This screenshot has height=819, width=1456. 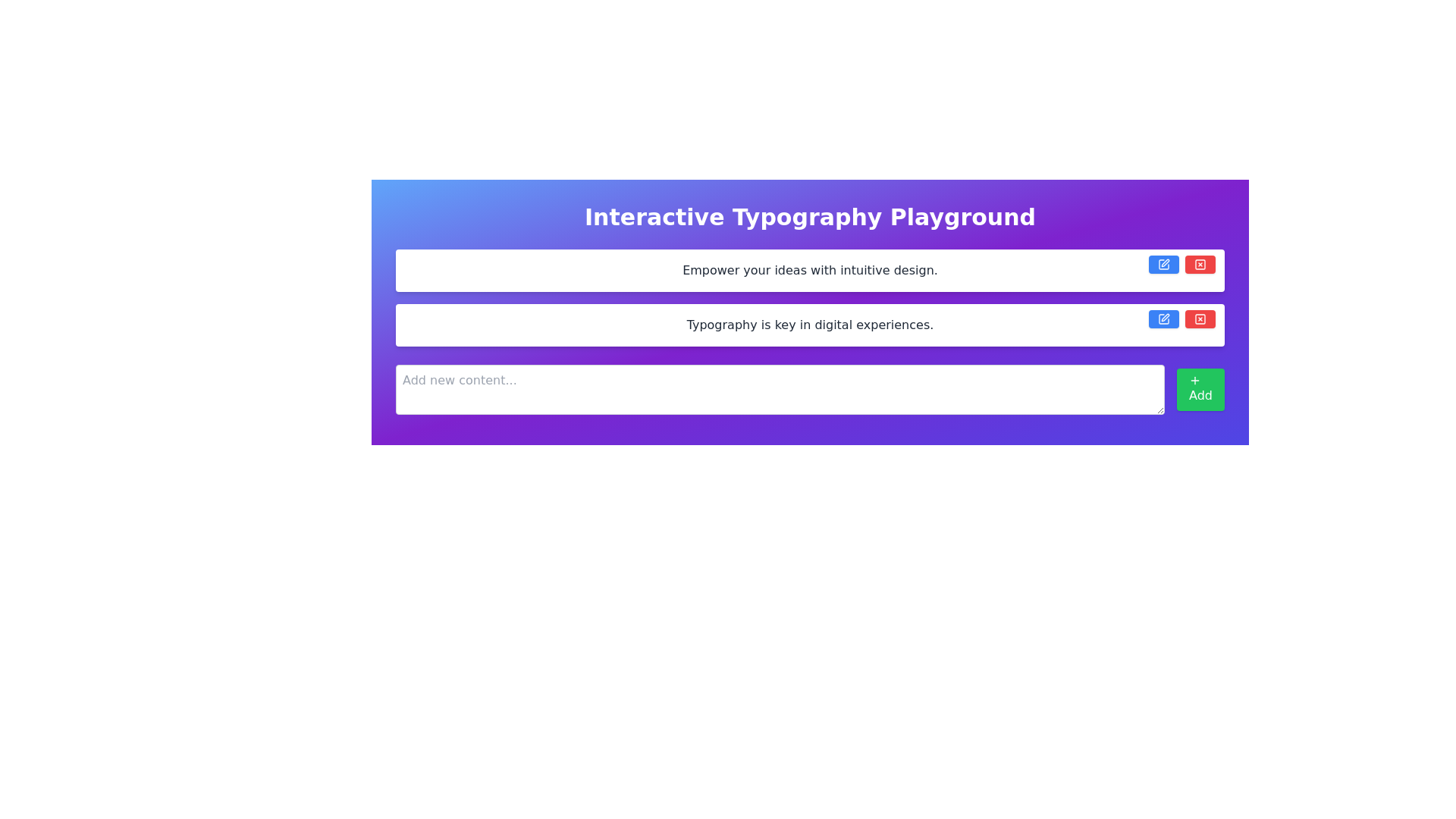 What do you see at coordinates (1200, 318) in the screenshot?
I see `the red delete button located to the right of the second input field labeled 'Typography is key in digital experiences'` at bounding box center [1200, 318].